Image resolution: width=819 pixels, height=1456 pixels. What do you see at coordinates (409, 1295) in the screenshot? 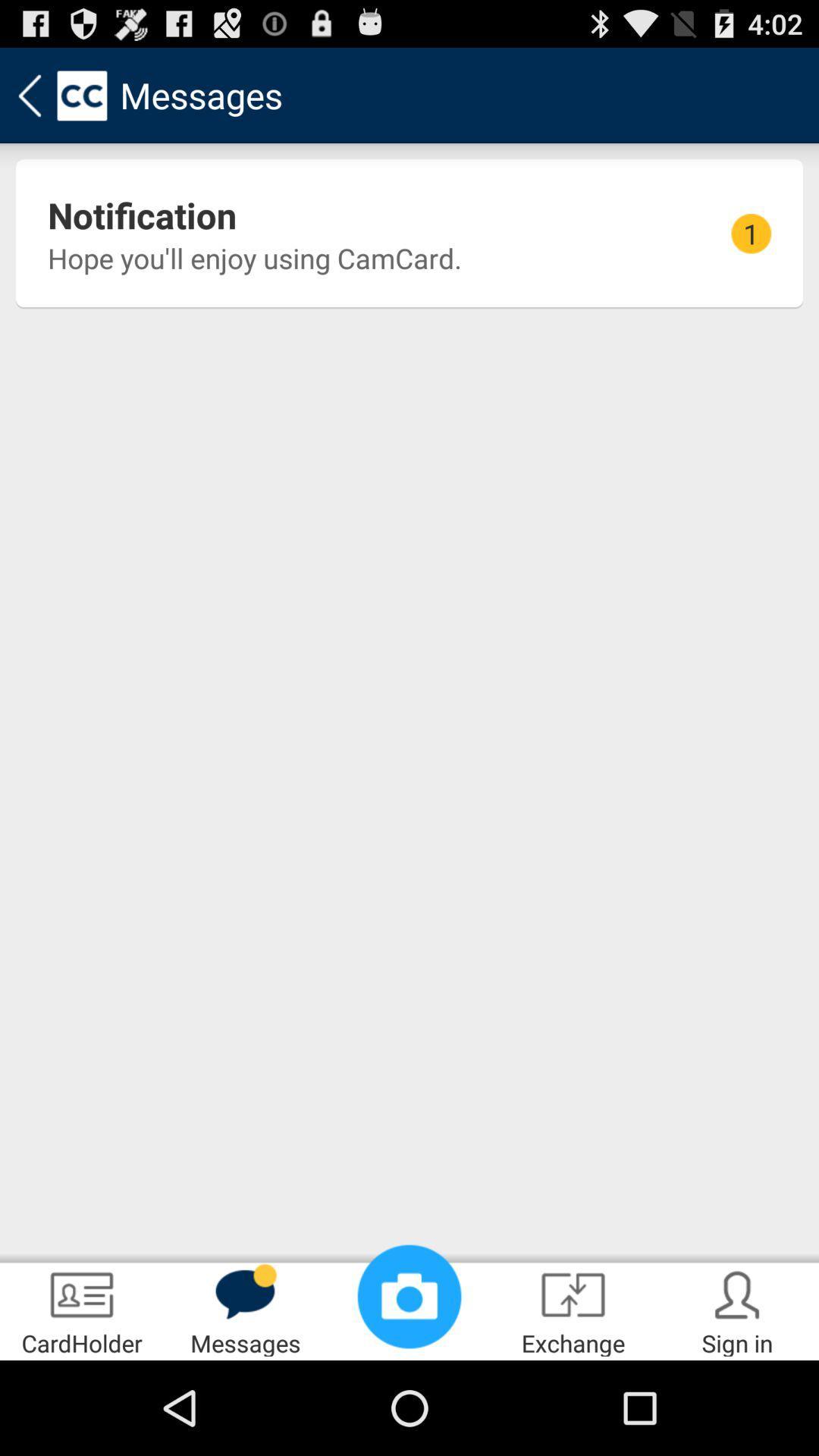
I see `item at the bottom` at bounding box center [409, 1295].